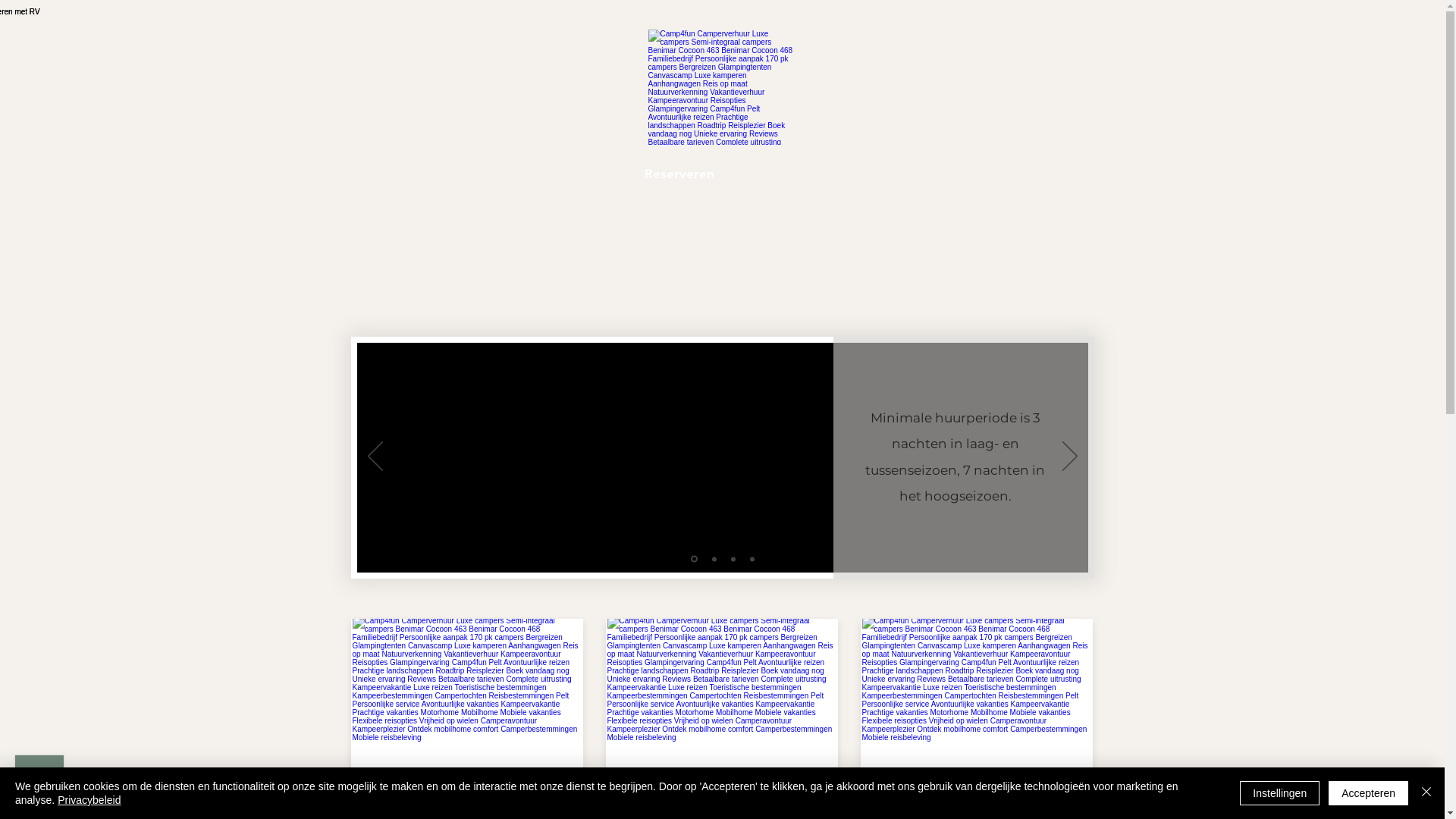 The image size is (1456, 819). Describe the element at coordinates (1240, 792) in the screenshot. I see `'Instellingen'` at that location.